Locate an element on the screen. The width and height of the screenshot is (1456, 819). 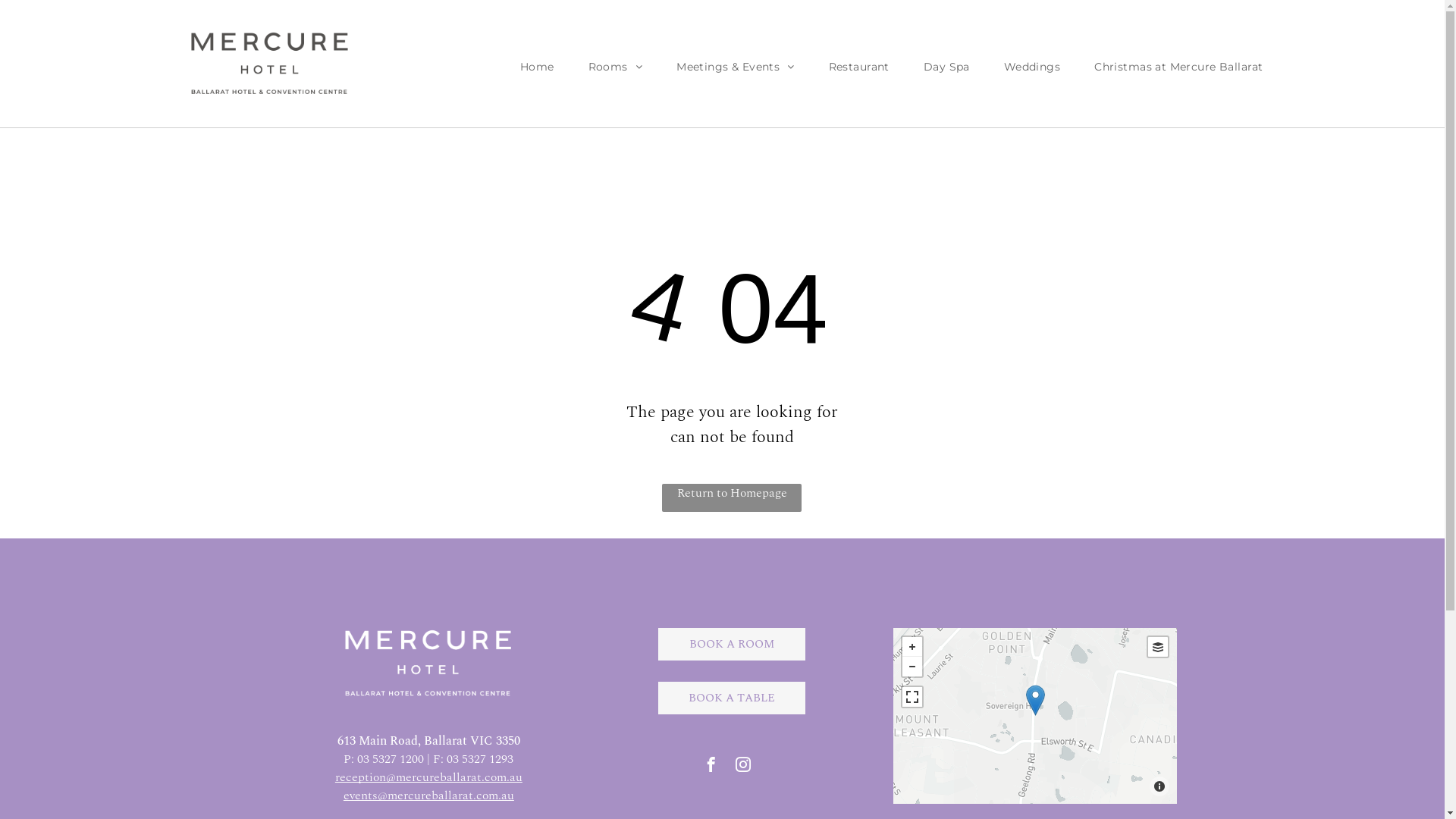
'03 5327 1200' is located at coordinates (390, 759).